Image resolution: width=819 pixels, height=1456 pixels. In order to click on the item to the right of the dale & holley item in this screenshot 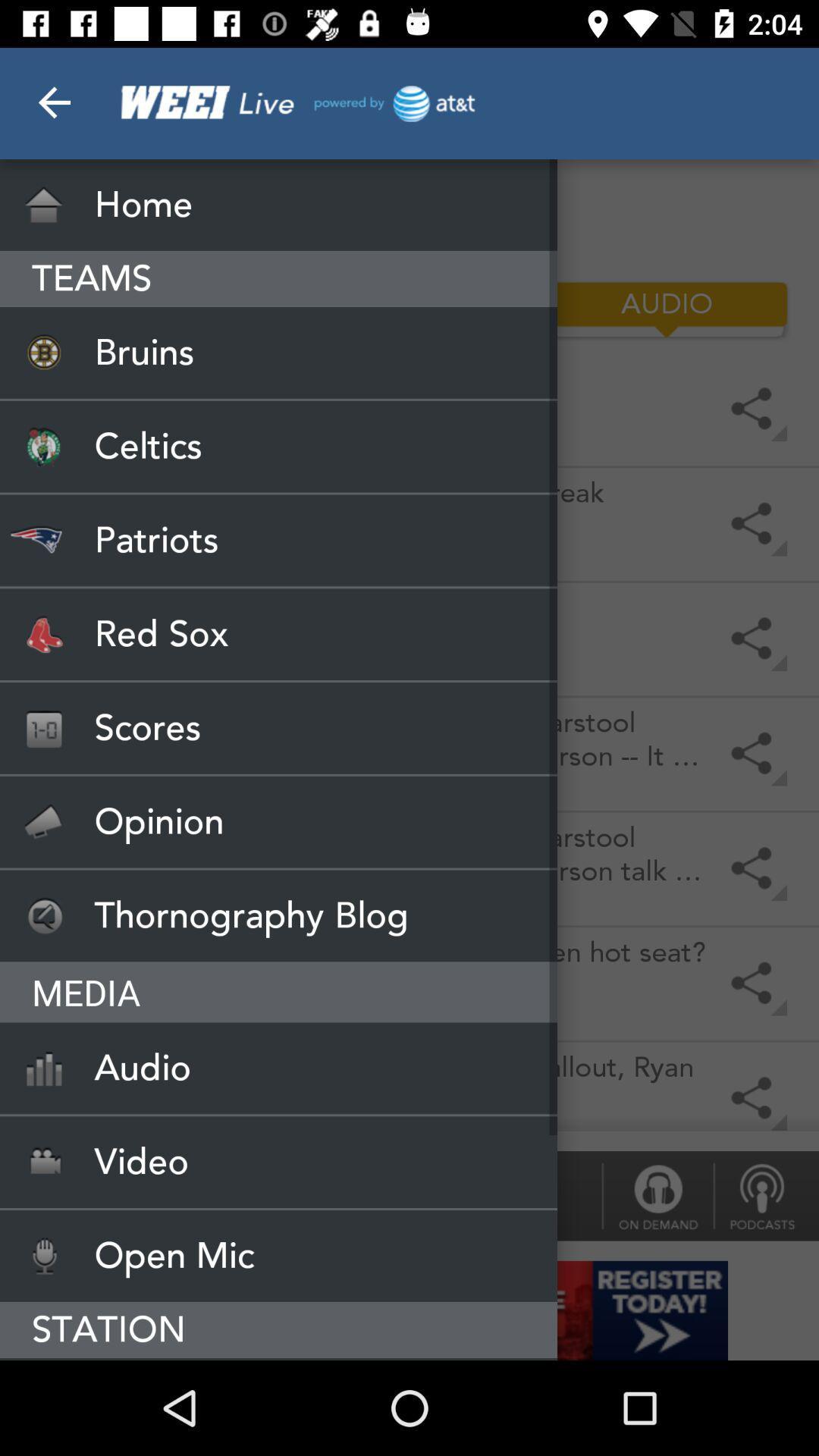, I will do `click(657, 1195)`.